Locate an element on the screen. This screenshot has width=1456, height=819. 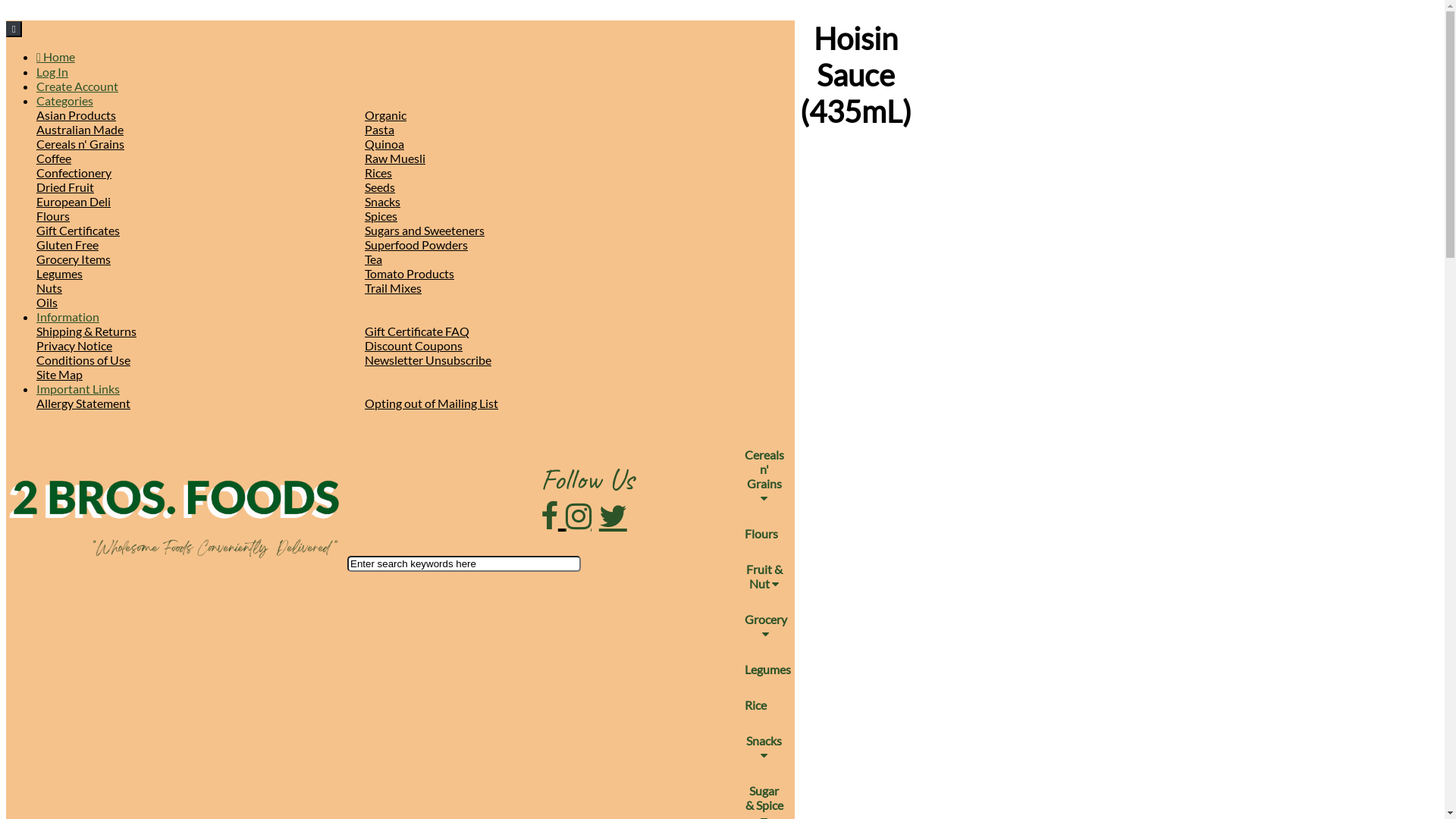
'Rice' is located at coordinates (734, 704).